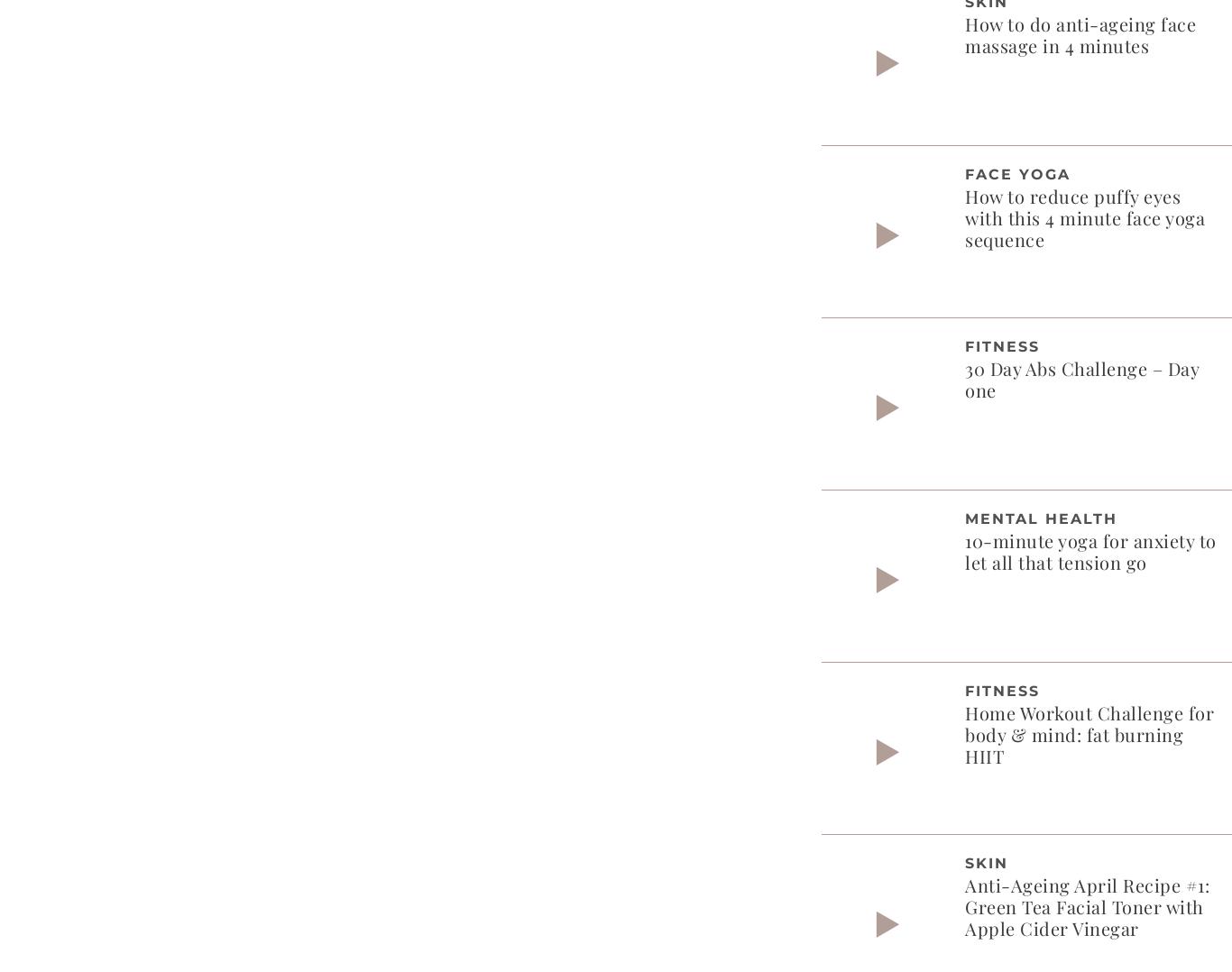 This screenshot has height=972, width=1232. What do you see at coordinates (1081, 377) in the screenshot?
I see `'30 Day Abs Challenge – Day one'` at bounding box center [1081, 377].